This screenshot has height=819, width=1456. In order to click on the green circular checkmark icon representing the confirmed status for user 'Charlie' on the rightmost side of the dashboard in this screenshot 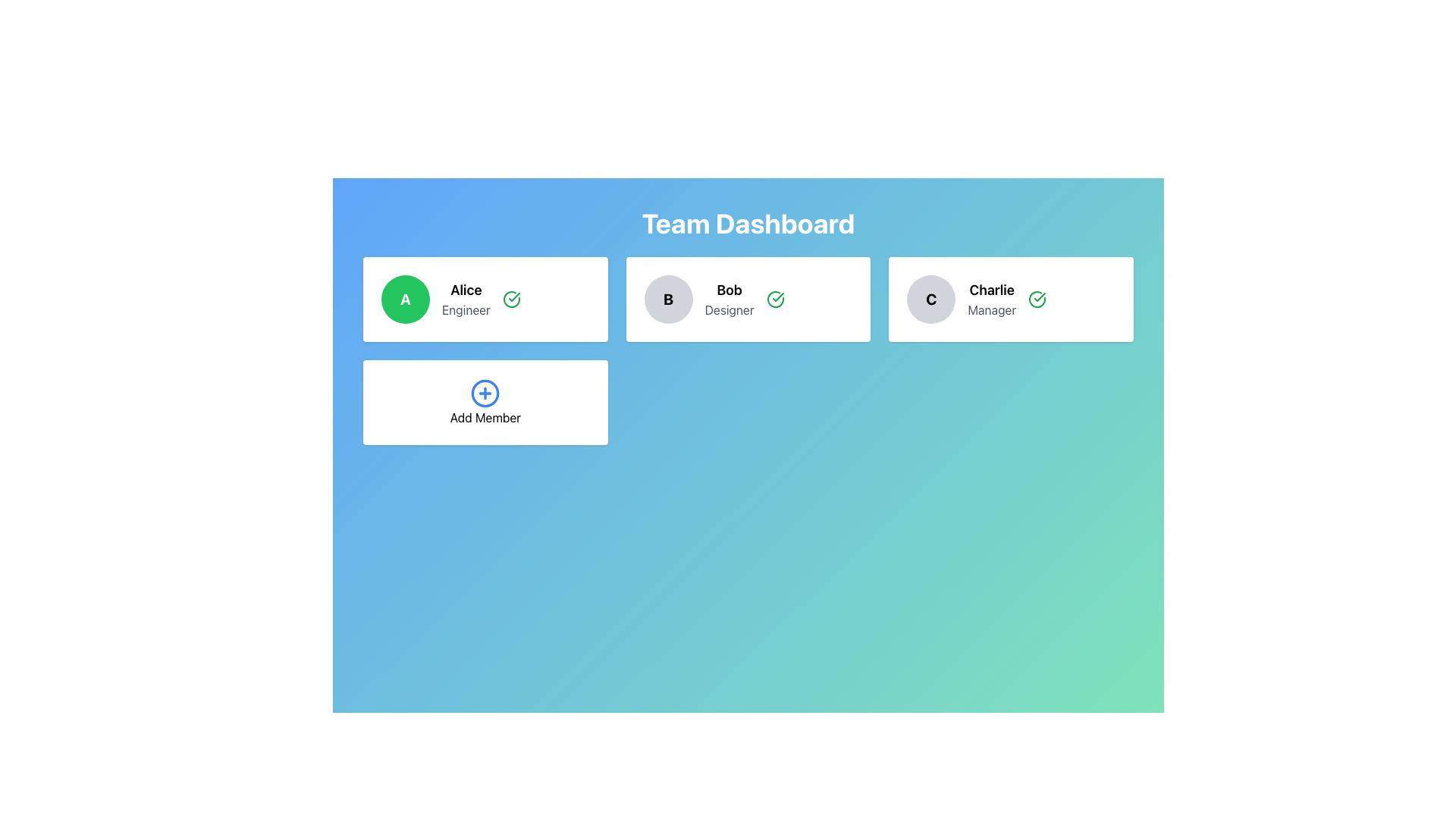, I will do `click(1037, 299)`.